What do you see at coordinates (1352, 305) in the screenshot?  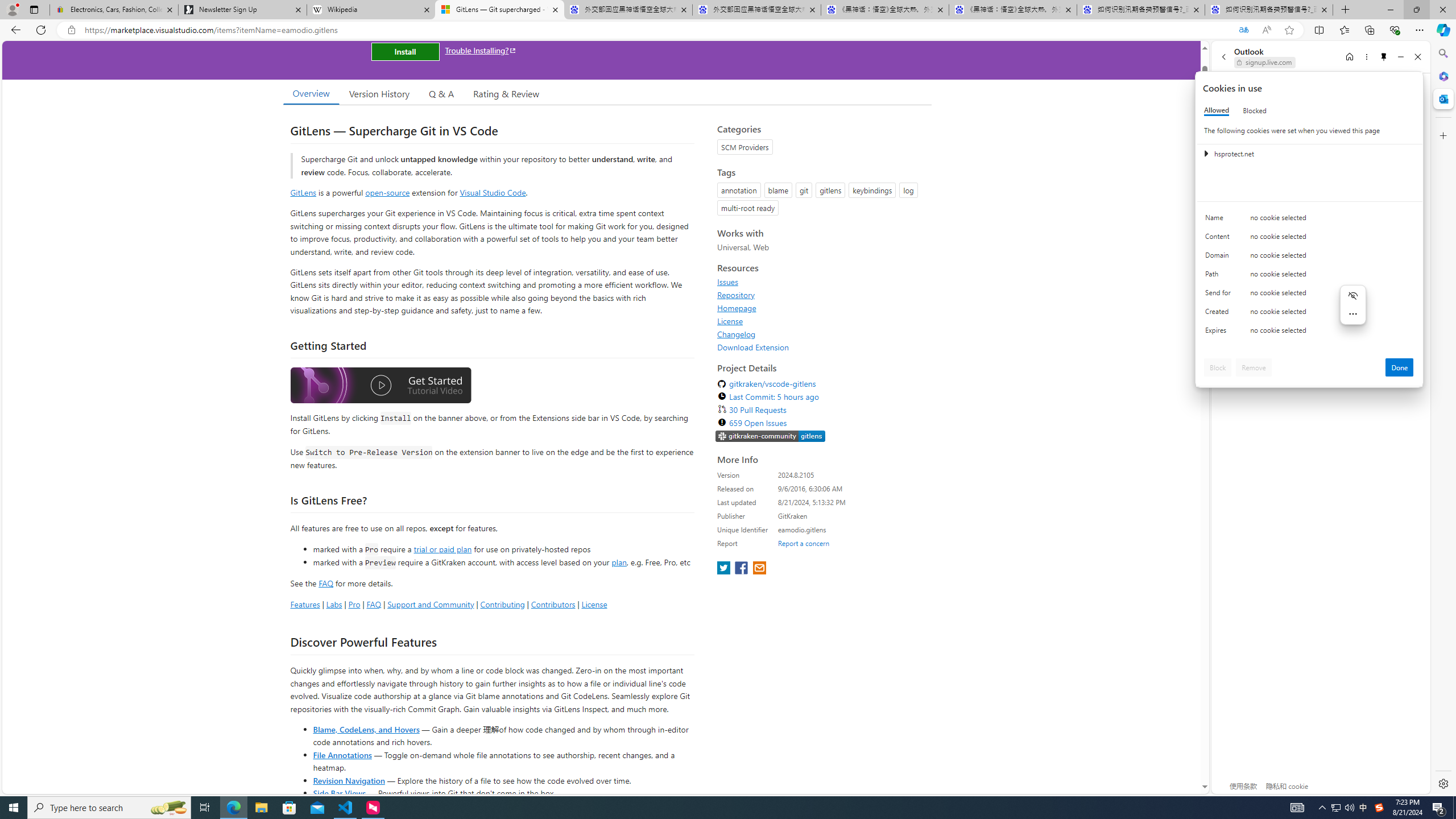 I see `'Mini menu on text selection'` at bounding box center [1352, 305].